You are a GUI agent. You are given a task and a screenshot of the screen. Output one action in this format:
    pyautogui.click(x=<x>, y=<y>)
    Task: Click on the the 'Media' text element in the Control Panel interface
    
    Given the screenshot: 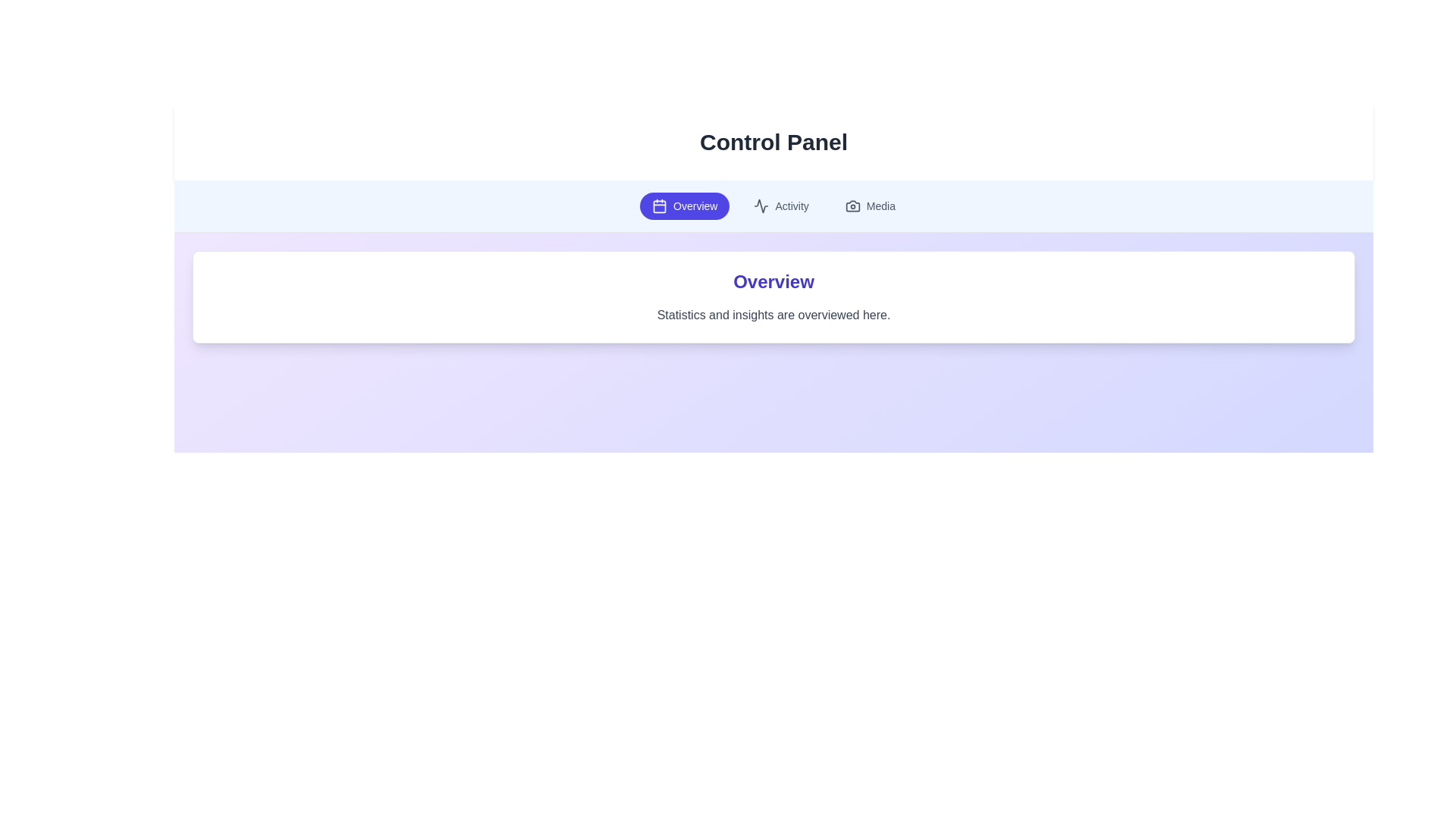 What is the action you would take?
    pyautogui.click(x=880, y=206)
    